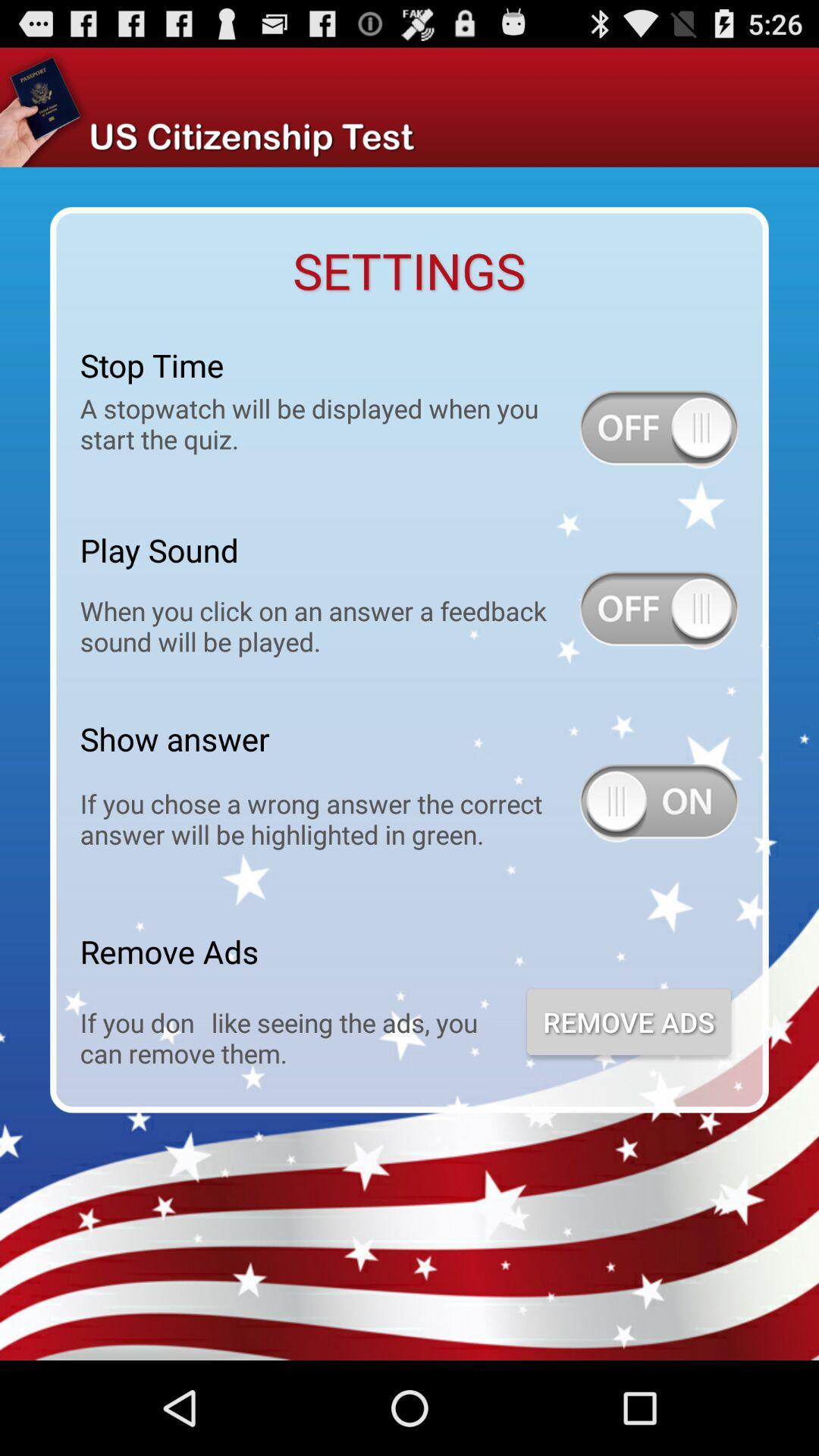  Describe the element at coordinates (658, 610) in the screenshot. I see `play sound option` at that location.